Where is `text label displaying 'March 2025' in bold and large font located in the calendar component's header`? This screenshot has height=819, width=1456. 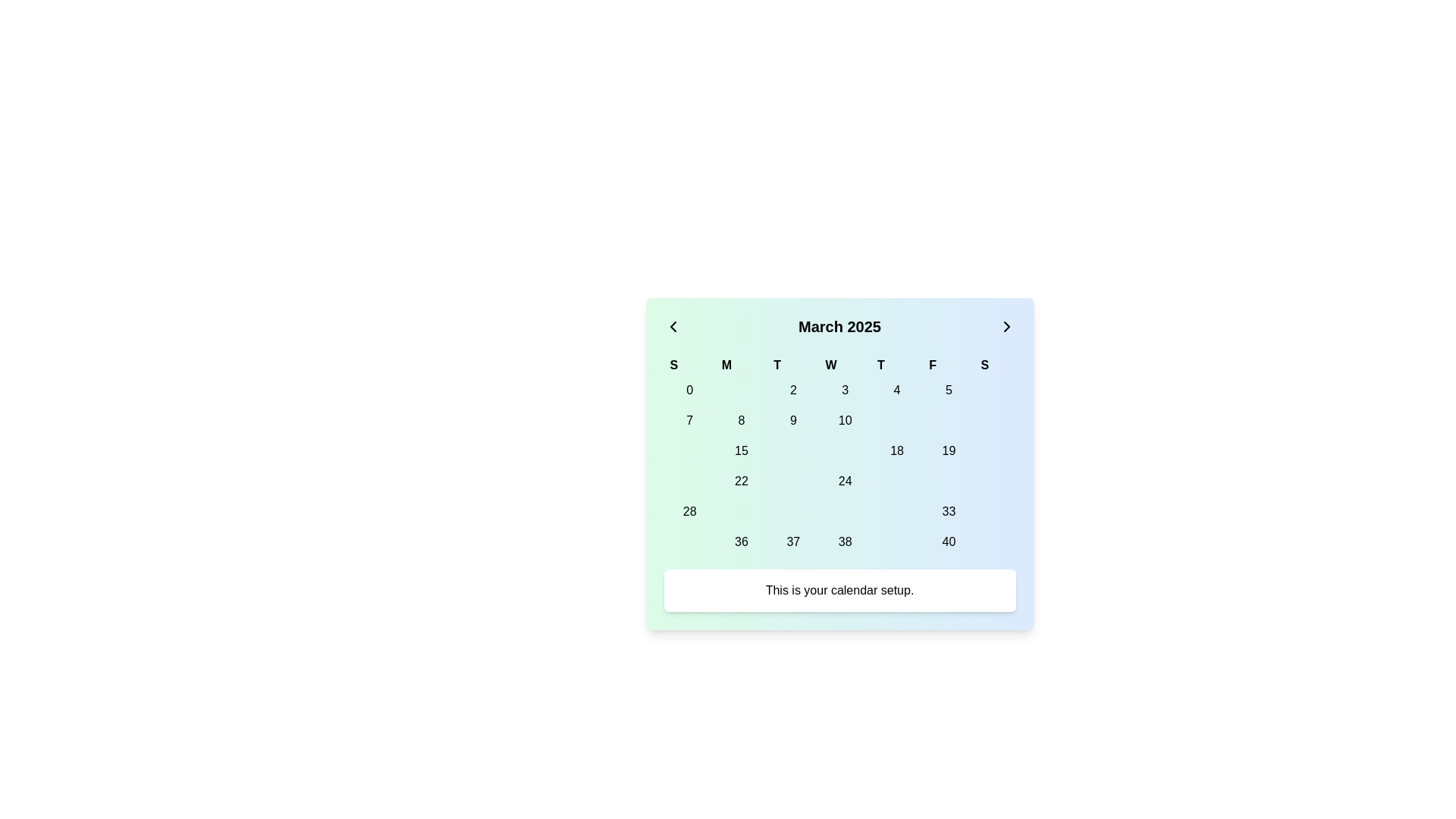
text label displaying 'March 2025' in bold and large font located in the calendar component's header is located at coordinates (839, 326).